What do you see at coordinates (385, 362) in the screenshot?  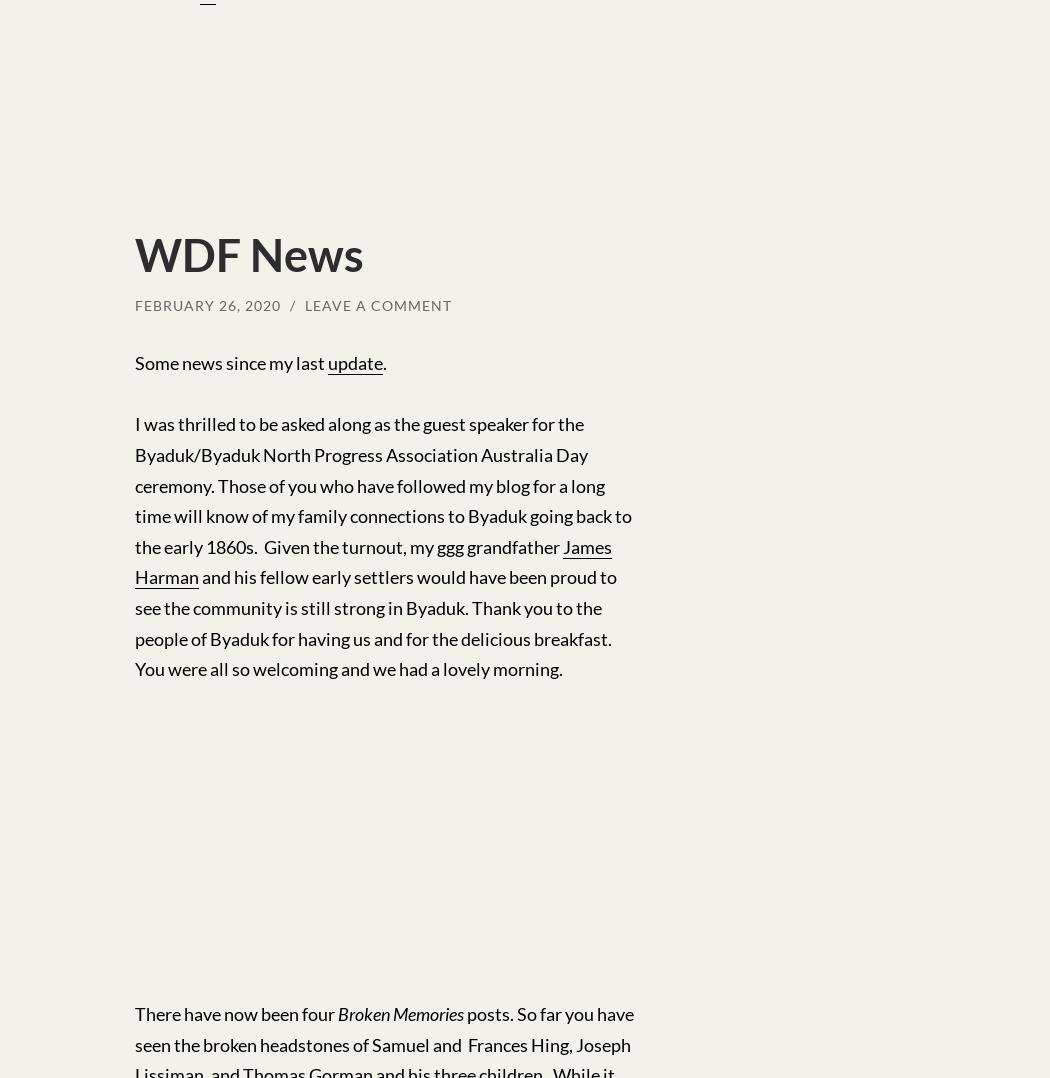 I see `'.'` at bounding box center [385, 362].